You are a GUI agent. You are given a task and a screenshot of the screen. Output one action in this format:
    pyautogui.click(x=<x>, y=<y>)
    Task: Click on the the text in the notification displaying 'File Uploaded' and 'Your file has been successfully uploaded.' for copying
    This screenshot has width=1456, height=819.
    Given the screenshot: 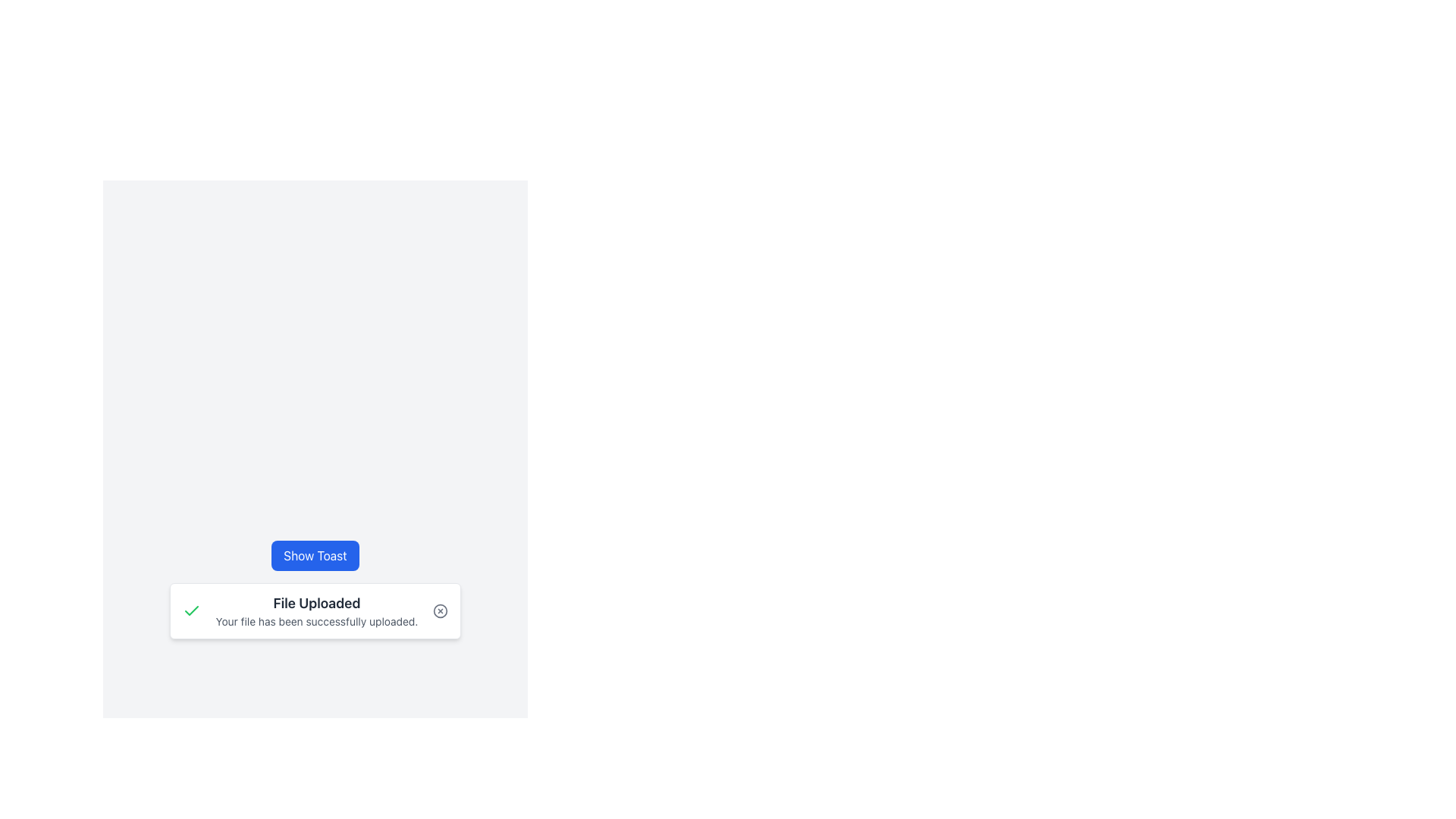 What is the action you would take?
    pyautogui.click(x=315, y=610)
    